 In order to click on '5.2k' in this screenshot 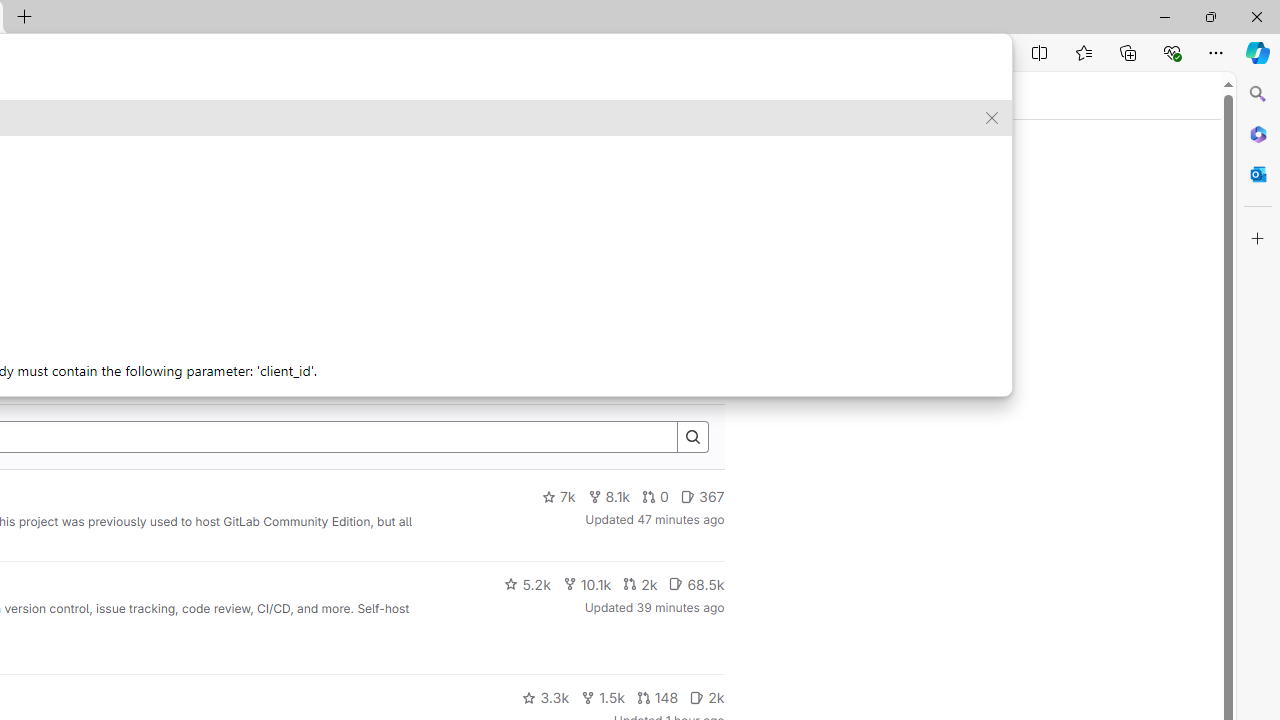, I will do `click(527, 583)`.